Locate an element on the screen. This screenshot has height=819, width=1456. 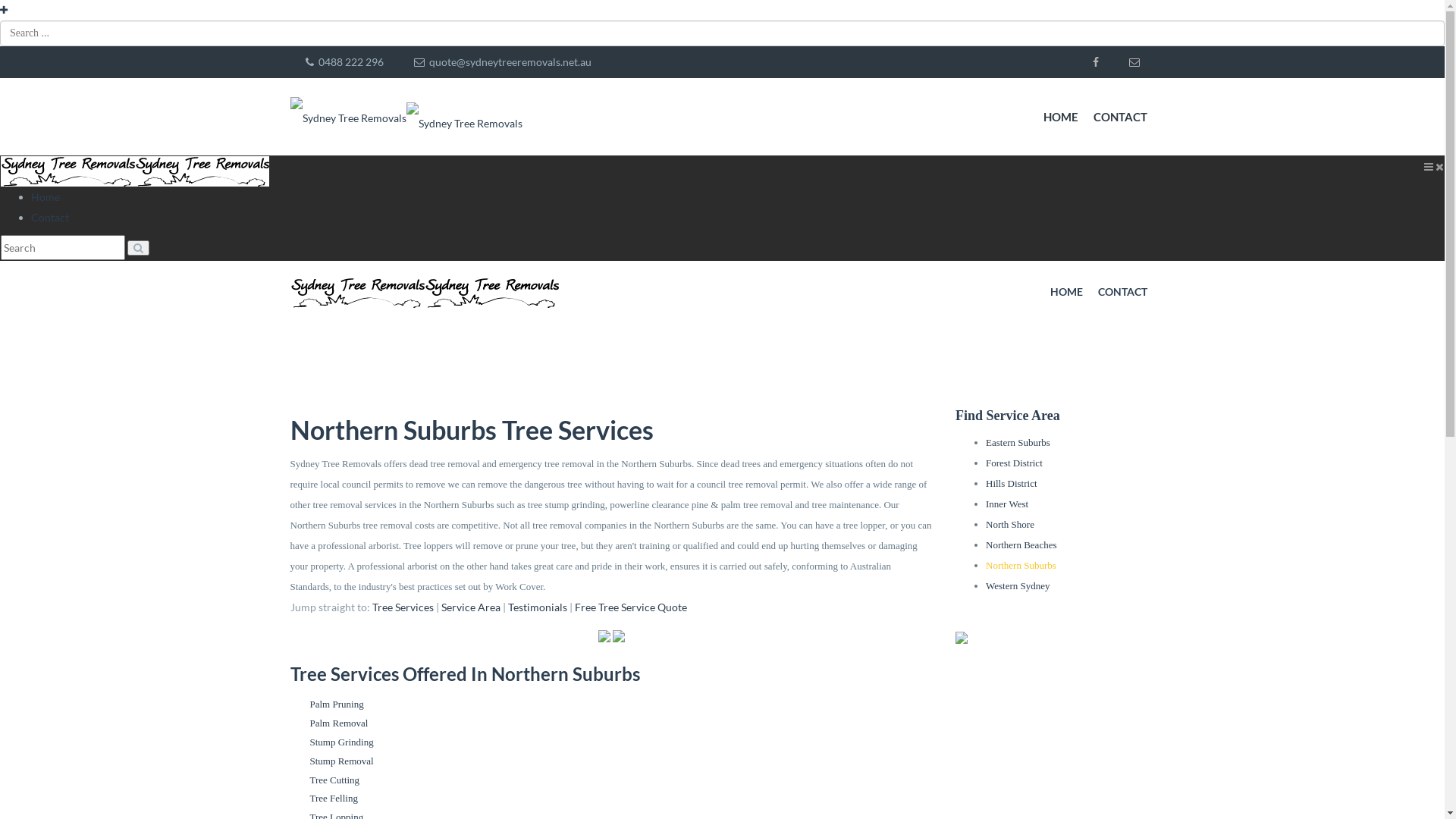
'Stump Removal' is located at coordinates (340, 761).